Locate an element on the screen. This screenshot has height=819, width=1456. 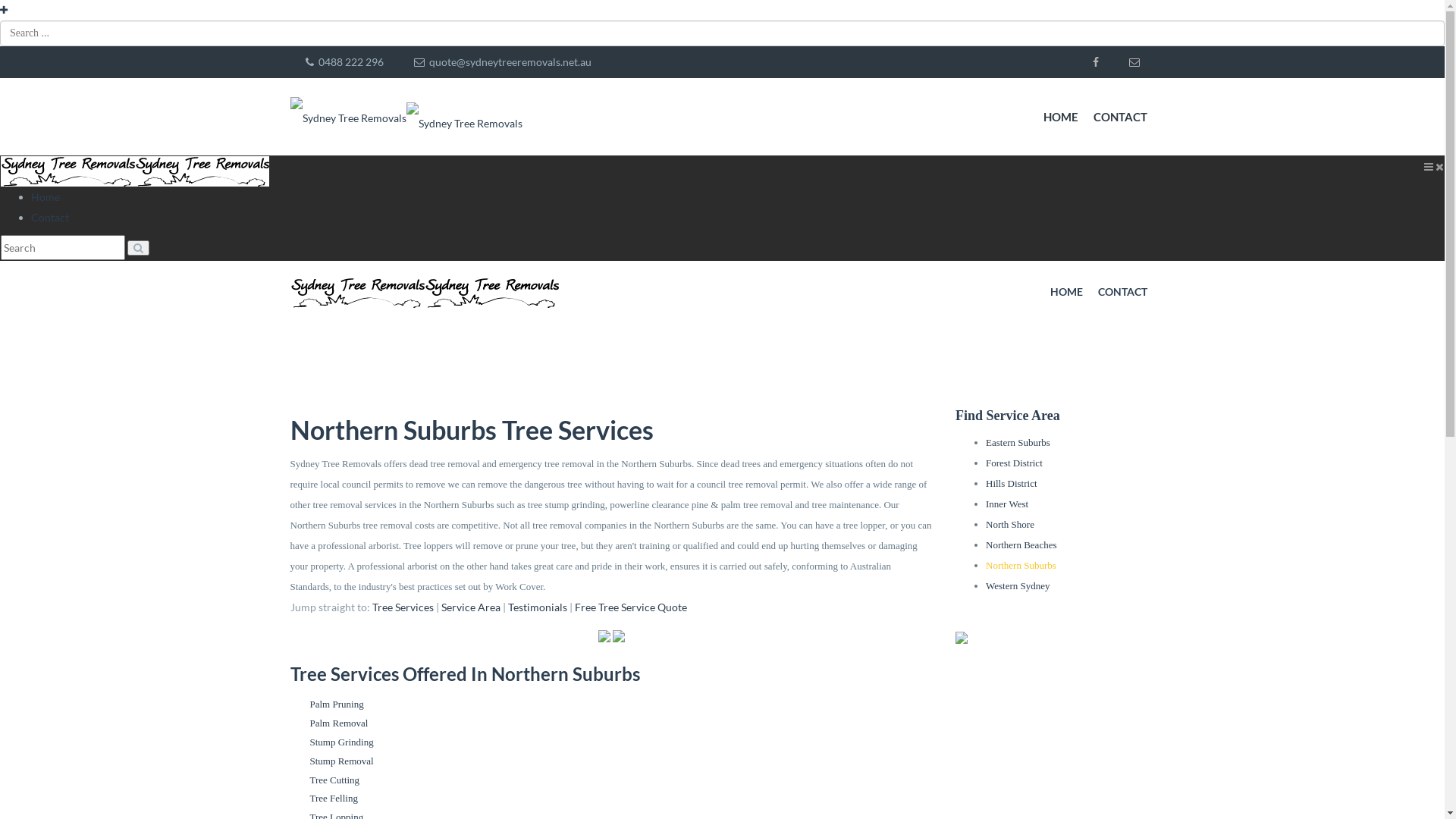
'Stump Removal' is located at coordinates (340, 761).